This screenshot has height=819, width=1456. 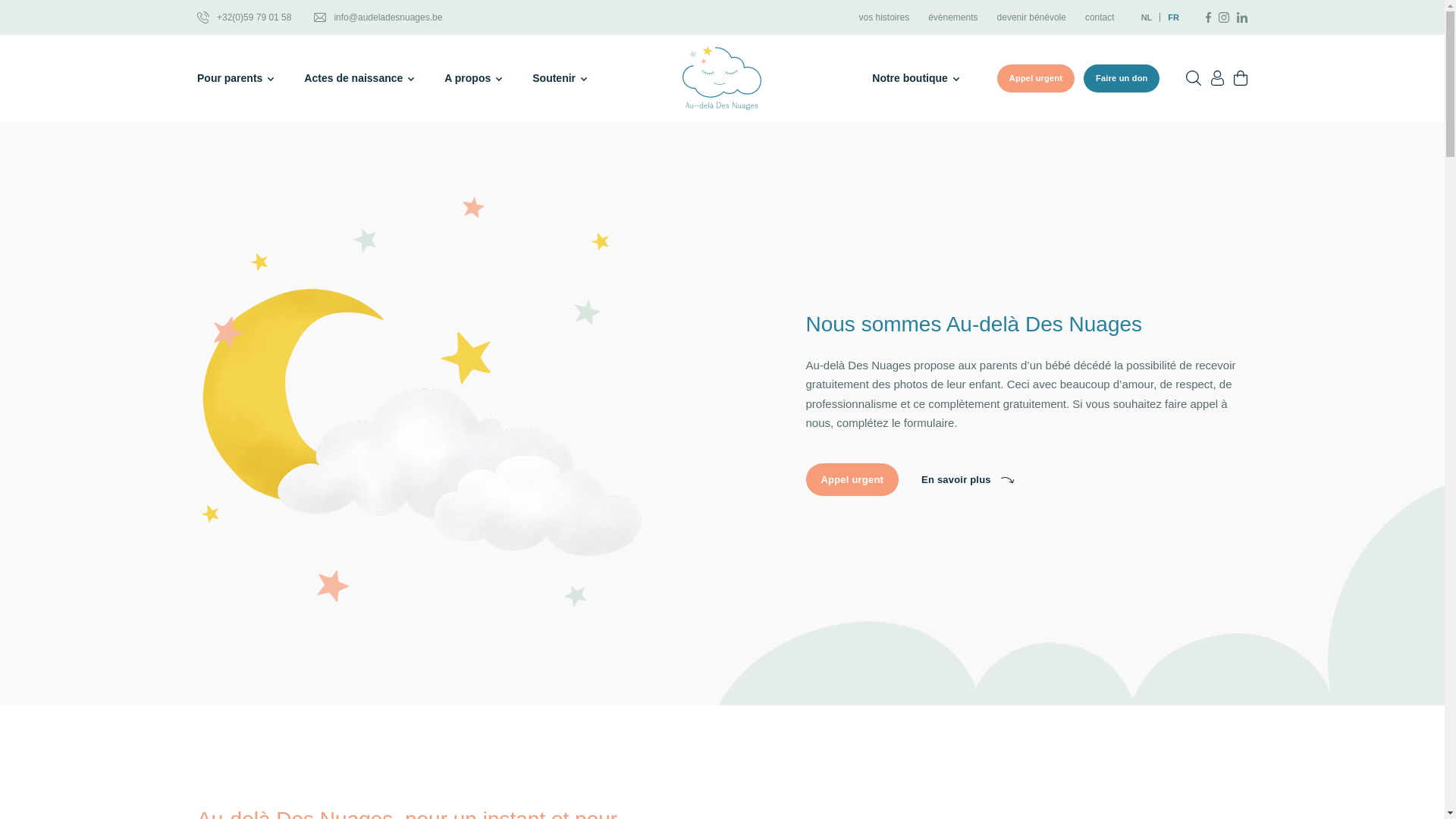 I want to click on 'Pour parents', so click(x=196, y=78).